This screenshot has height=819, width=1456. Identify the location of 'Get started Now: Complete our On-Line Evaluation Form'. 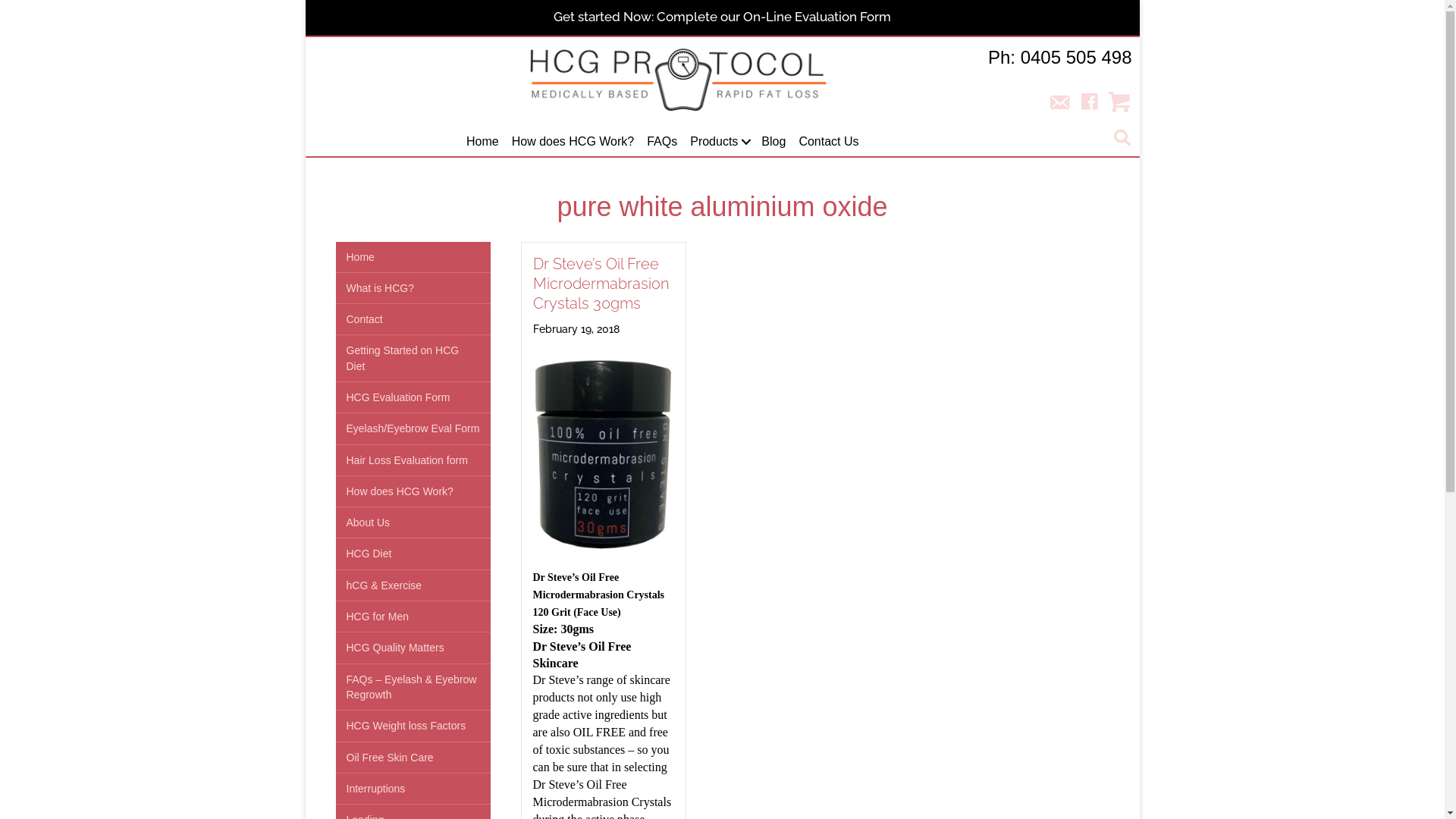
(721, 17).